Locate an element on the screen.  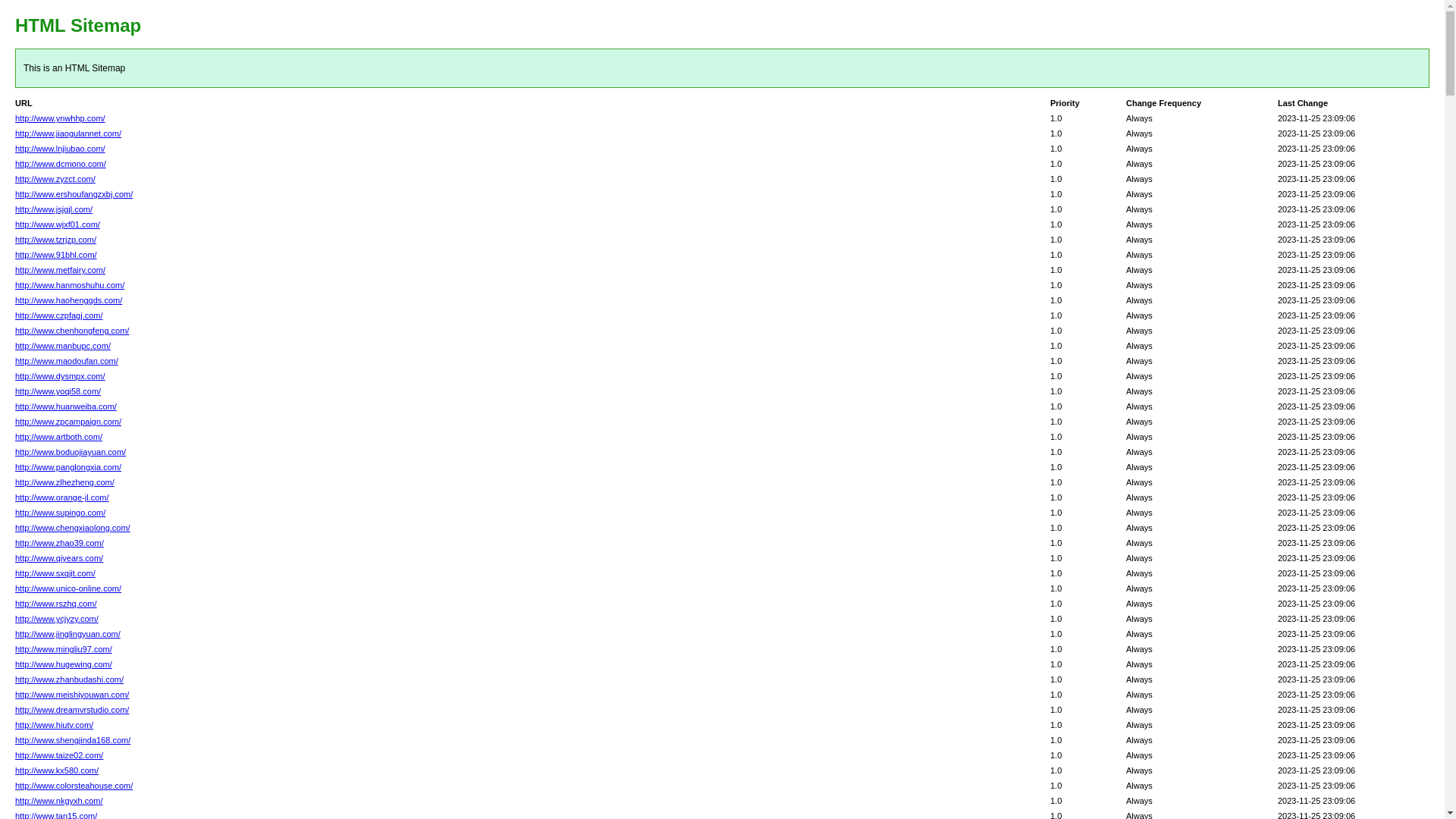
'http://www.zyzct.com/' is located at coordinates (14, 177).